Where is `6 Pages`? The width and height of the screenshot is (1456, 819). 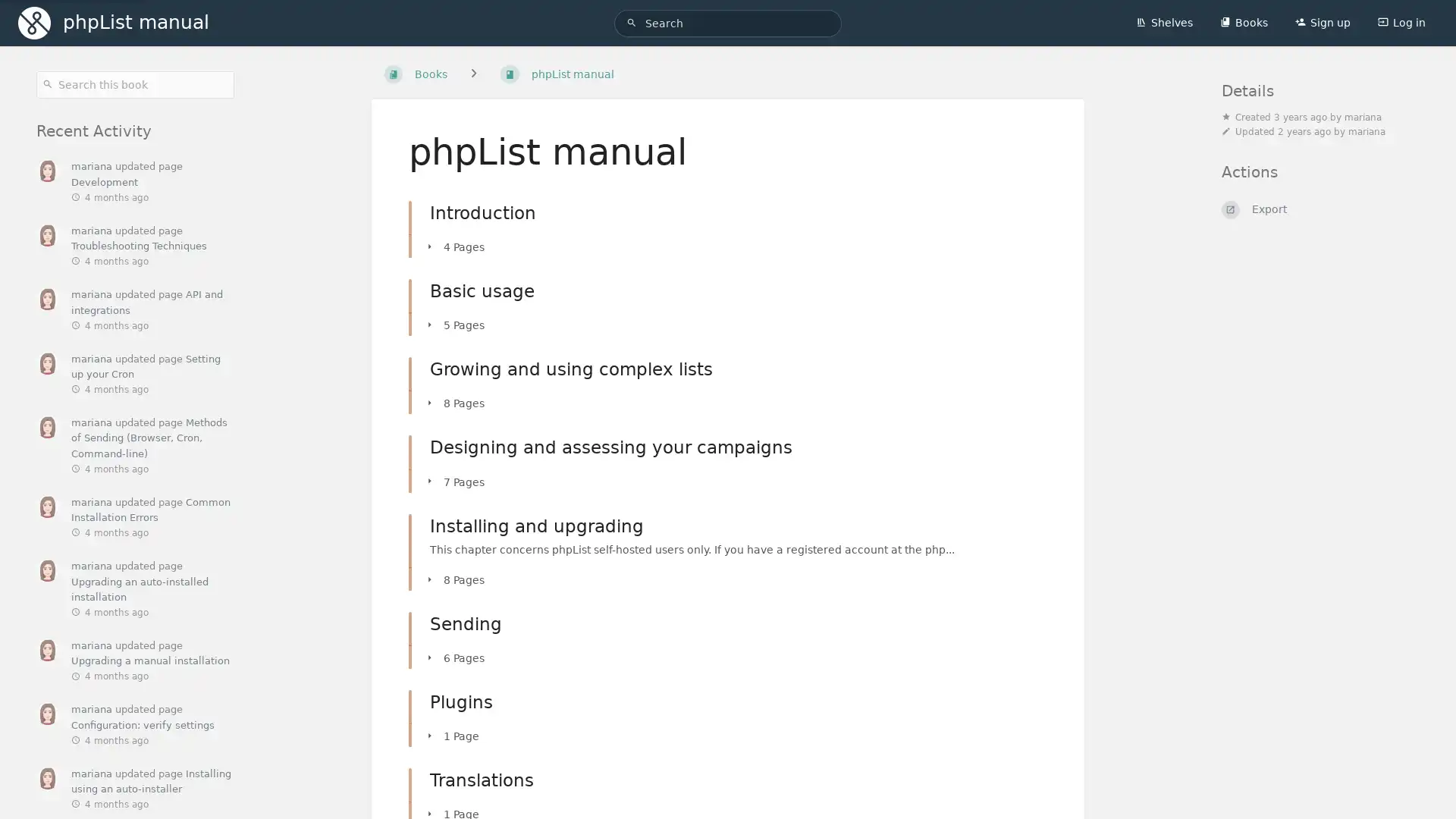 6 Pages is located at coordinates (728, 656).